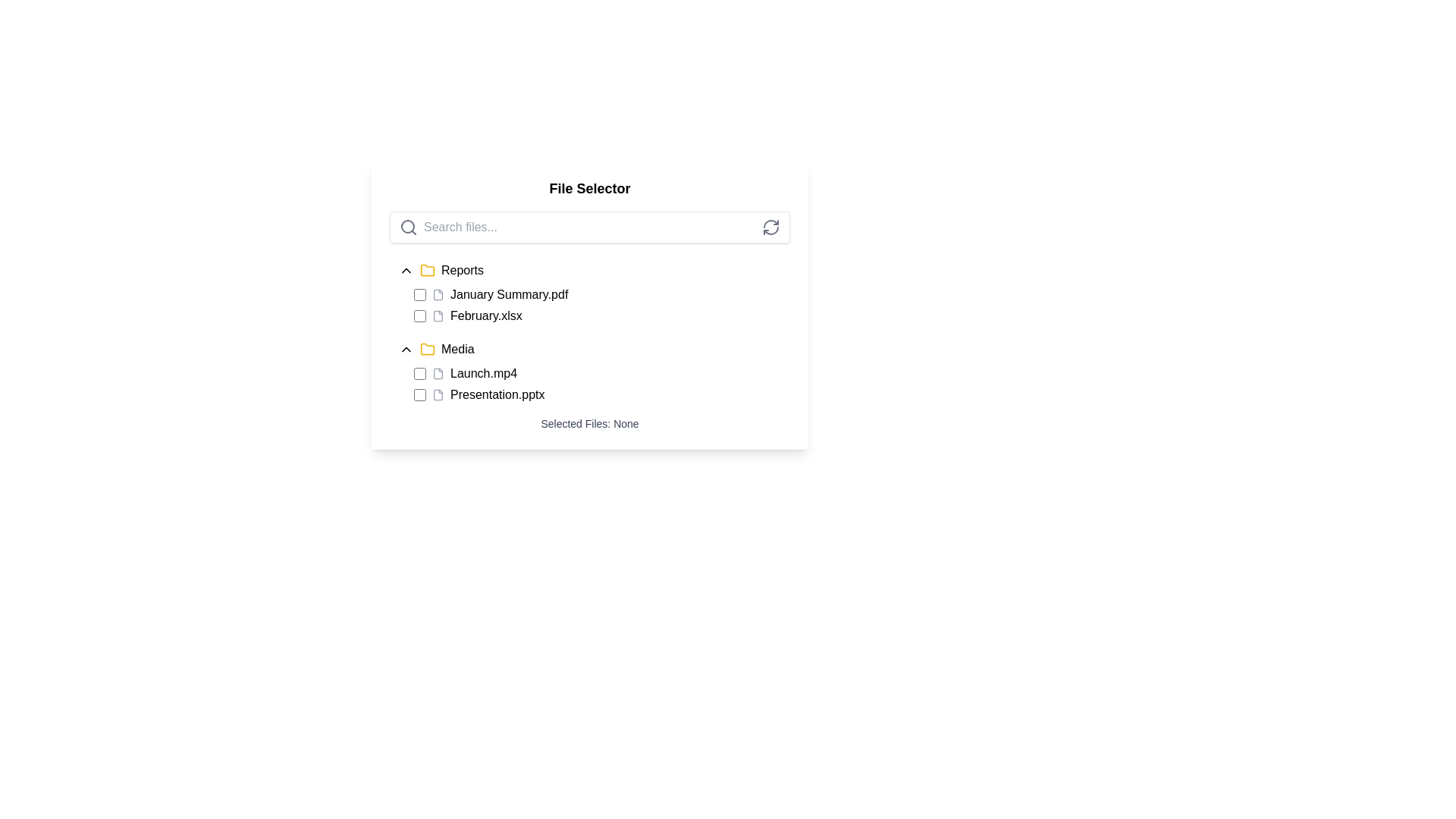  What do you see at coordinates (437, 394) in the screenshot?
I see `the main rectangular shape of the document outline icon, which is the first component in the SVG group and located to the left of the label 'Presentation.pptx' within the expanded 'Media' folder` at bounding box center [437, 394].